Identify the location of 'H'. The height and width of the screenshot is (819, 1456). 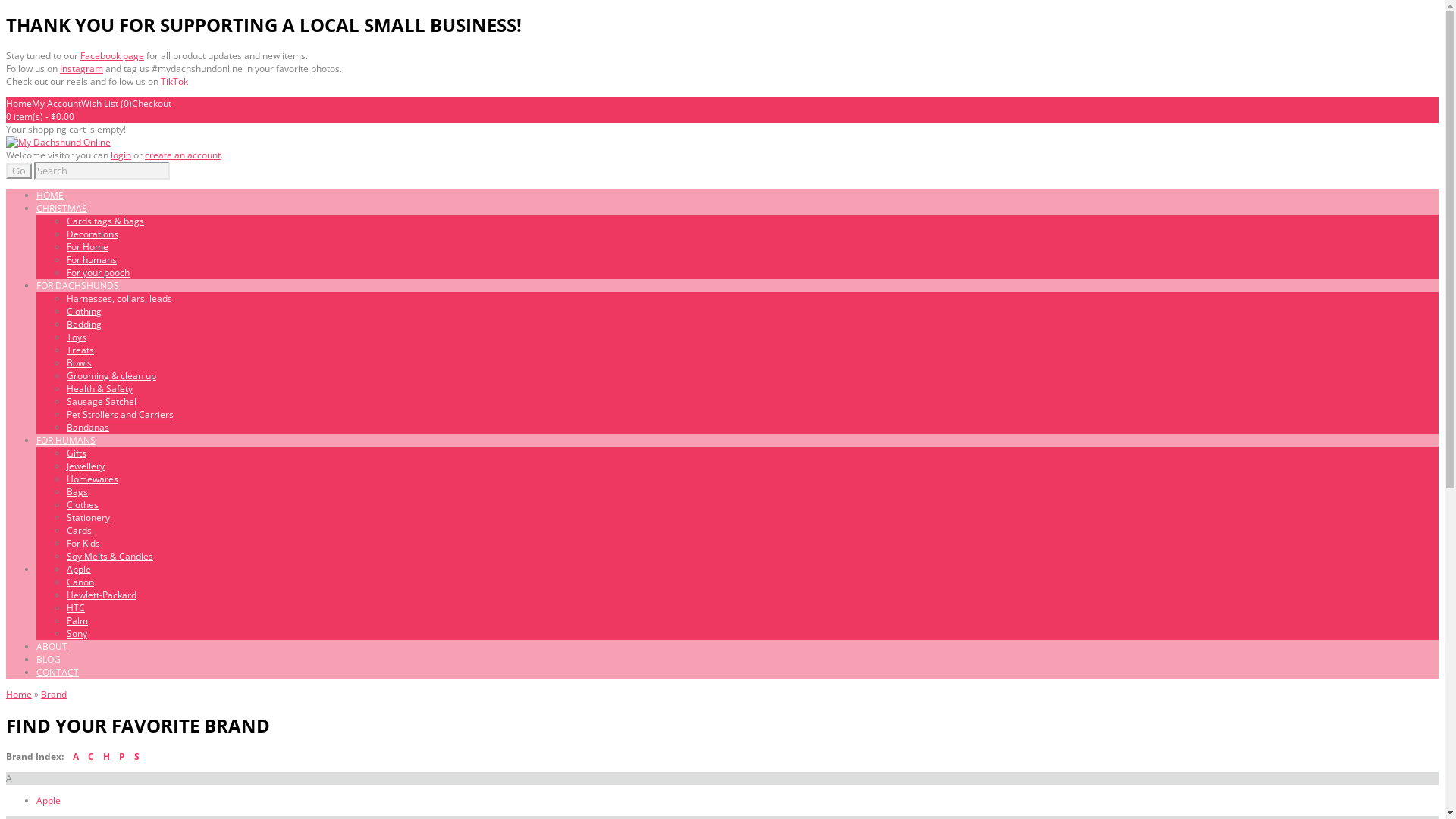
(102, 756).